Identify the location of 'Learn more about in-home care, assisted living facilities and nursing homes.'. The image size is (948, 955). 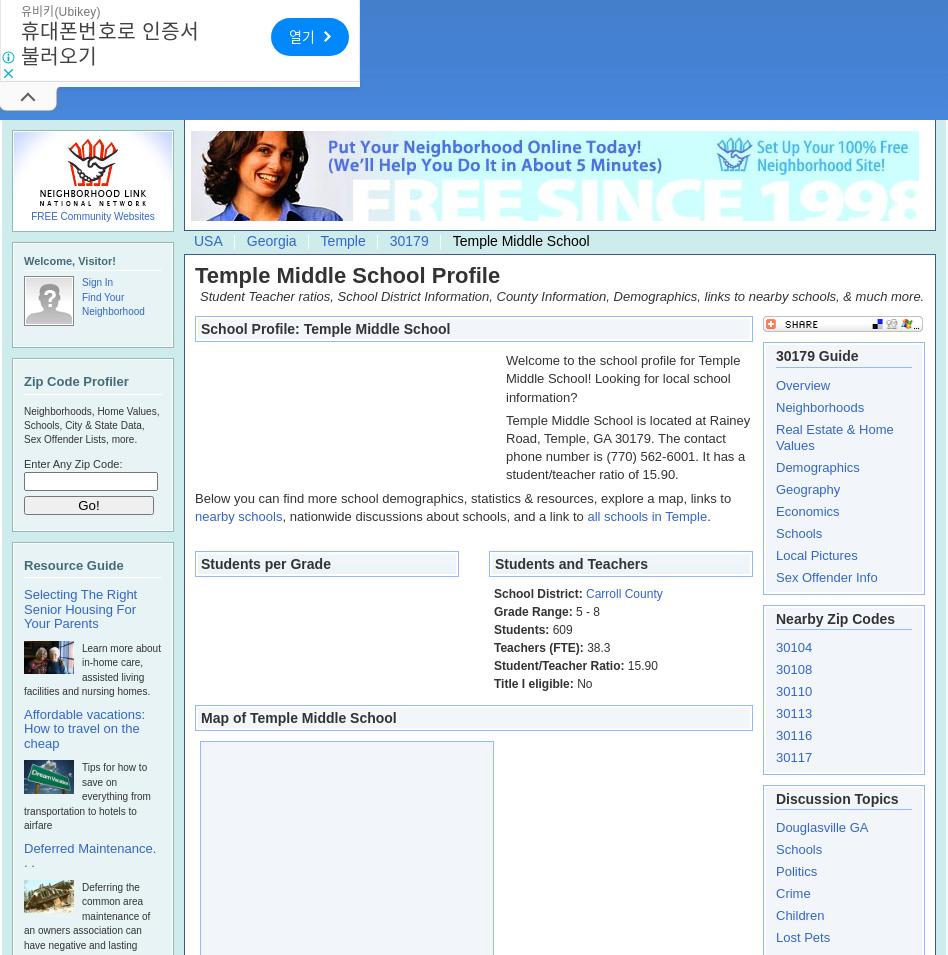
(91, 668).